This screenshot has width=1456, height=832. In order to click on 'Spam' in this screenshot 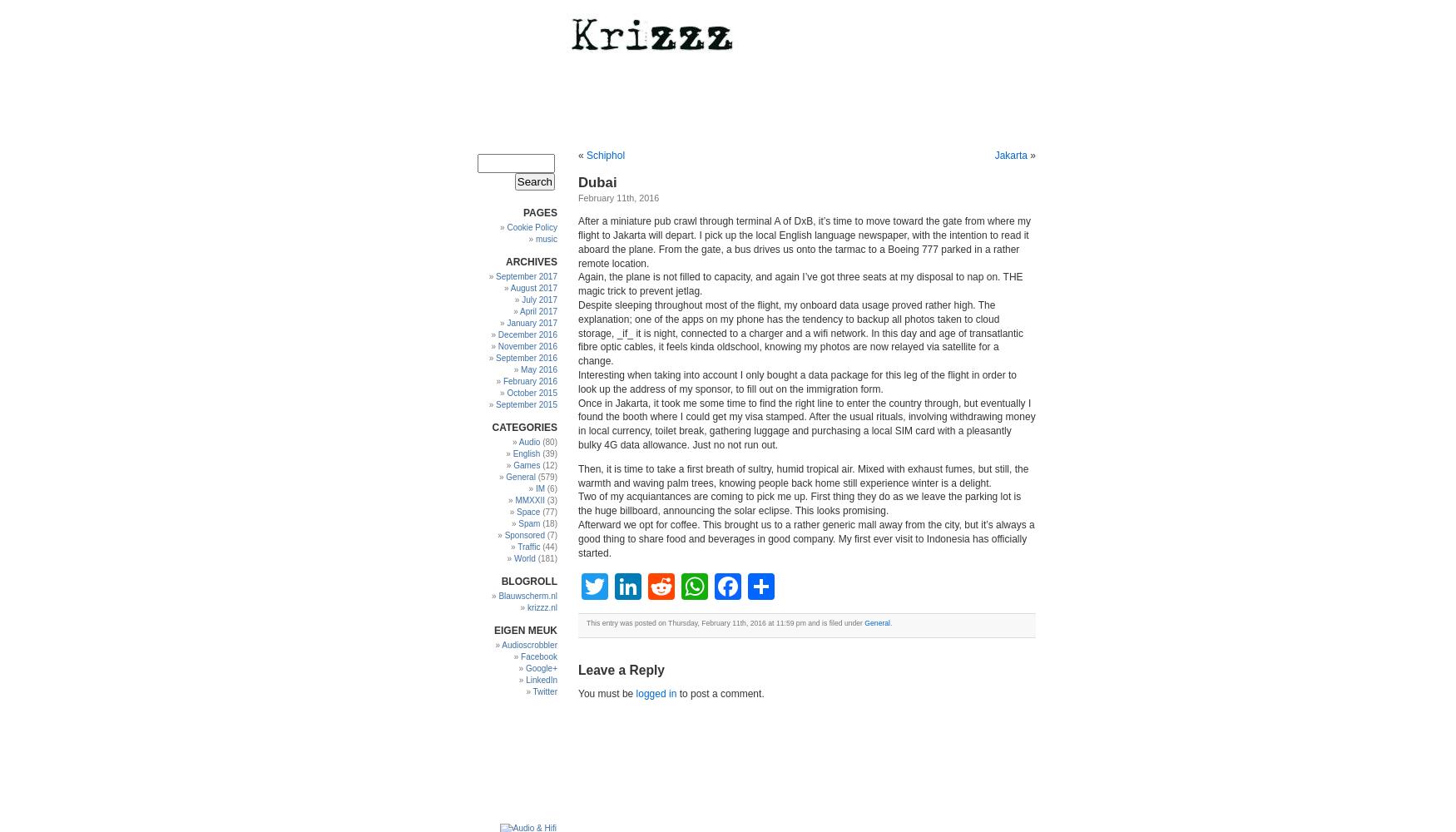, I will do `click(527, 523)`.